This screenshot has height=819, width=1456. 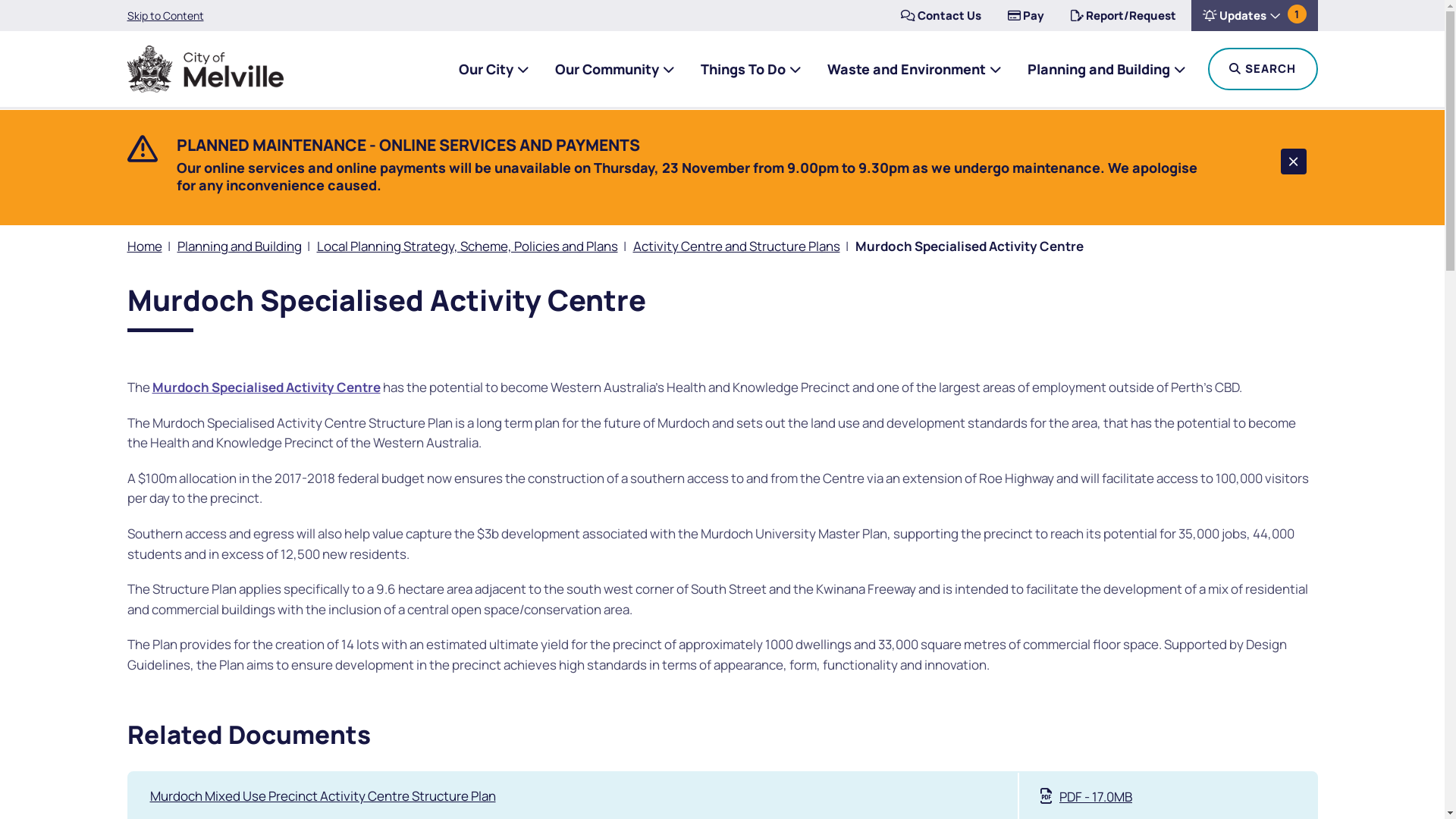 What do you see at coordinates (939, 15) in the screenshot?
I see `'Contact Us'` at bounding box center [939, 15].